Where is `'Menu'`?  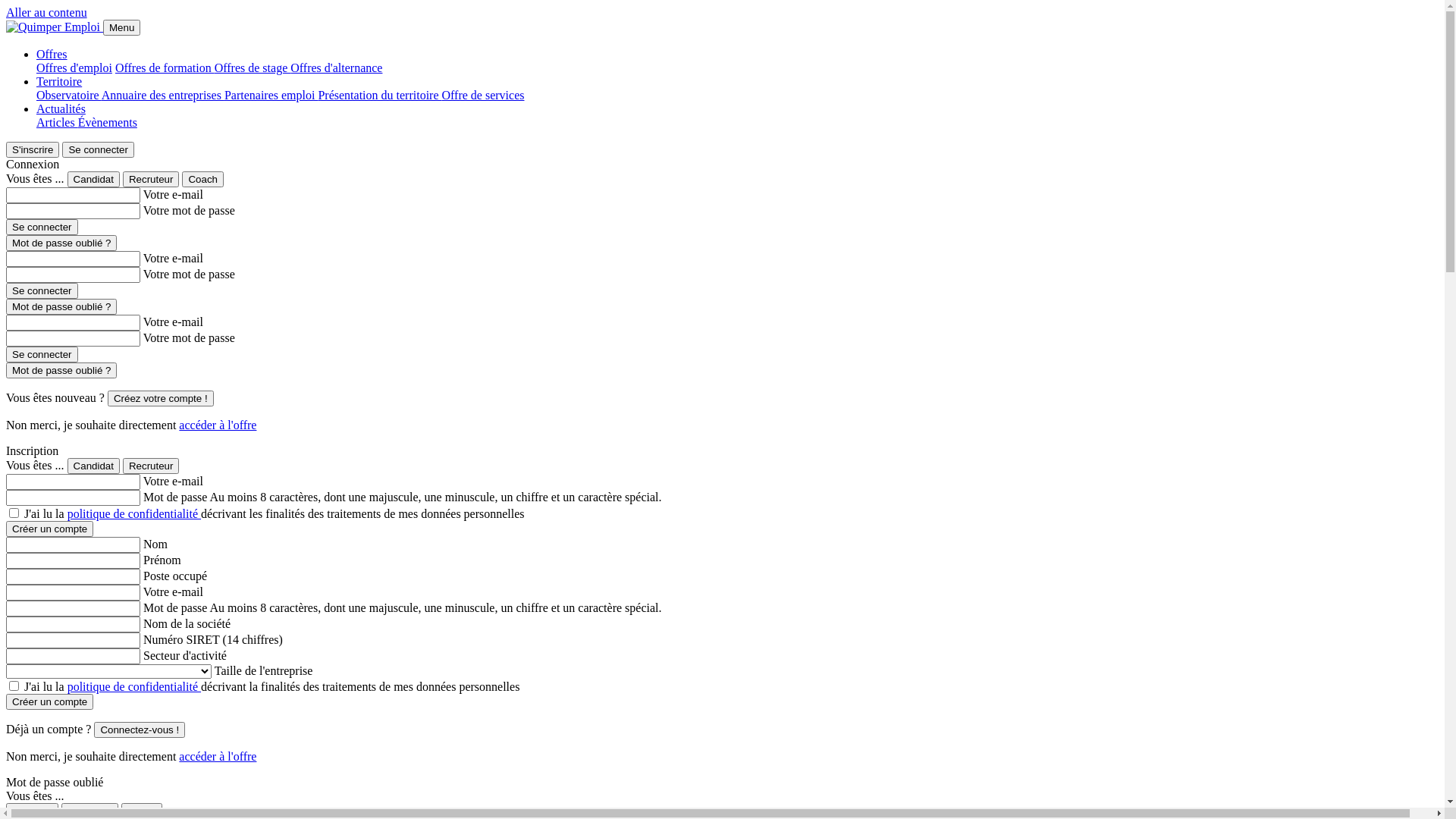 'Menu' is located at coordinates (121, 27).